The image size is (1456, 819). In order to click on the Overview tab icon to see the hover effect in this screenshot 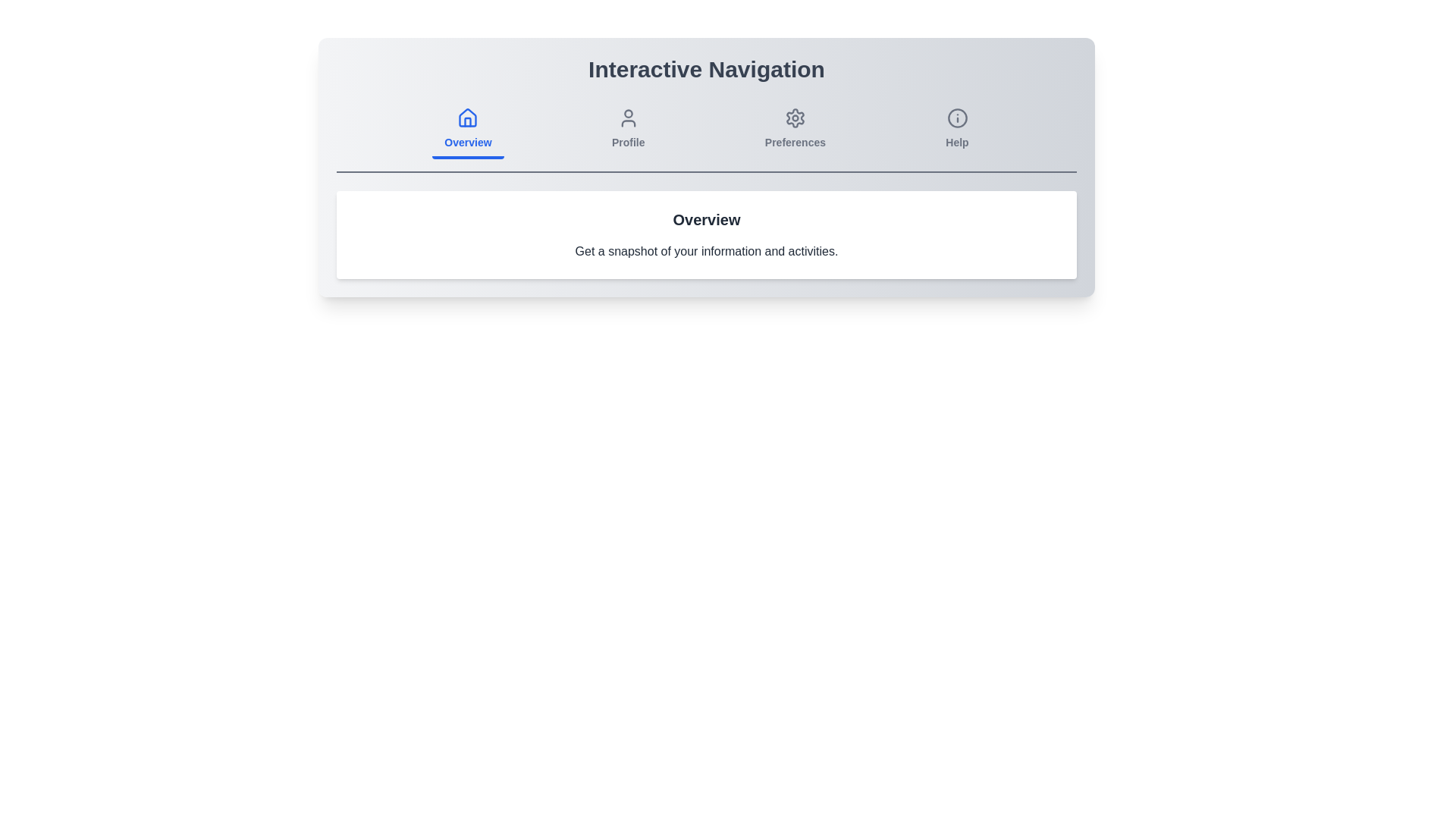, I will do `click(467, 130)`.